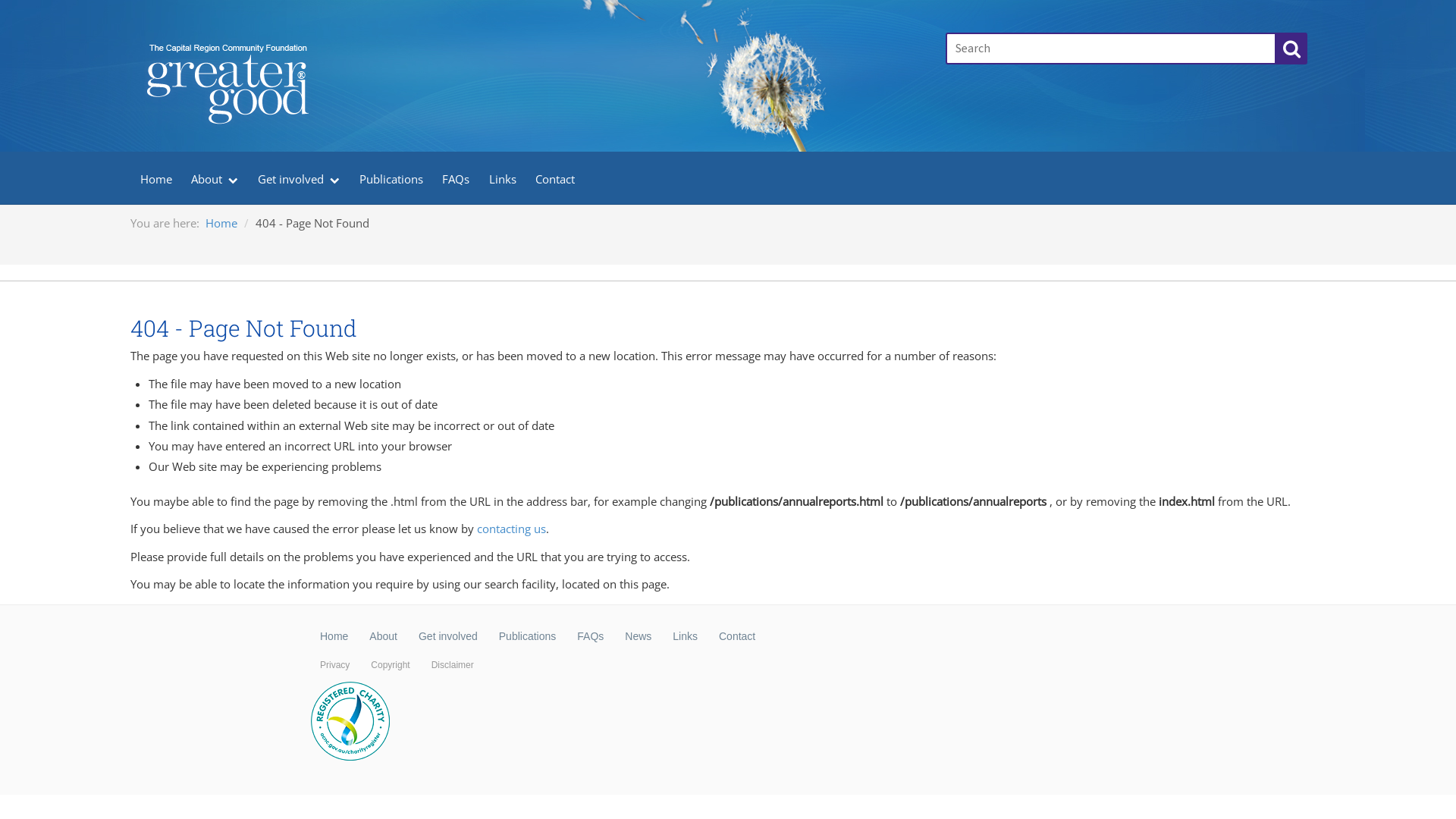 Image resolution: width=1456 pixels, height=819 pixels. I want to click on 'Home', so click(156, 177).